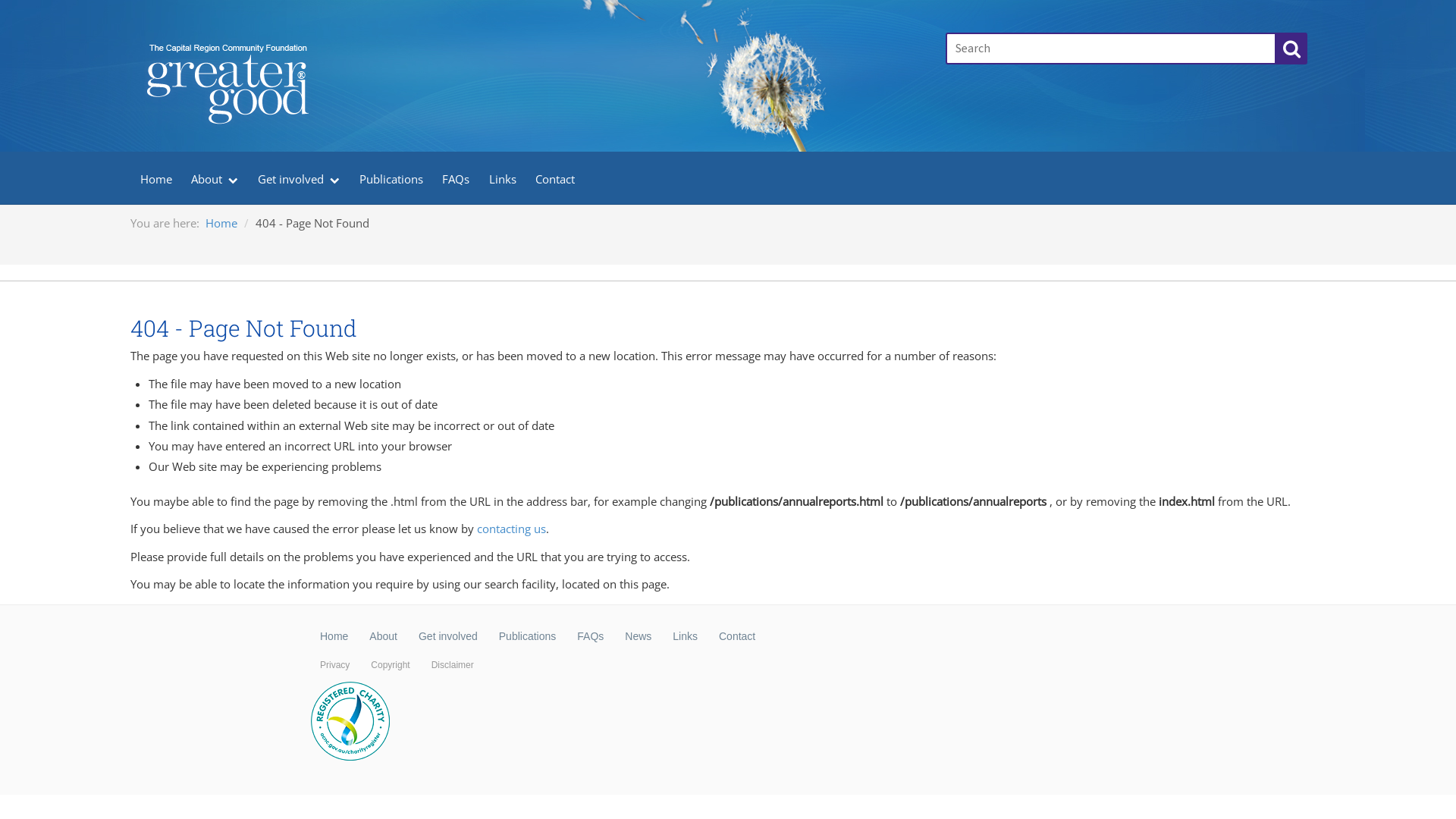 Image resolution: width=1456 pixels, height=819 pixels. I want to click on 'Home', so click(156, 177).